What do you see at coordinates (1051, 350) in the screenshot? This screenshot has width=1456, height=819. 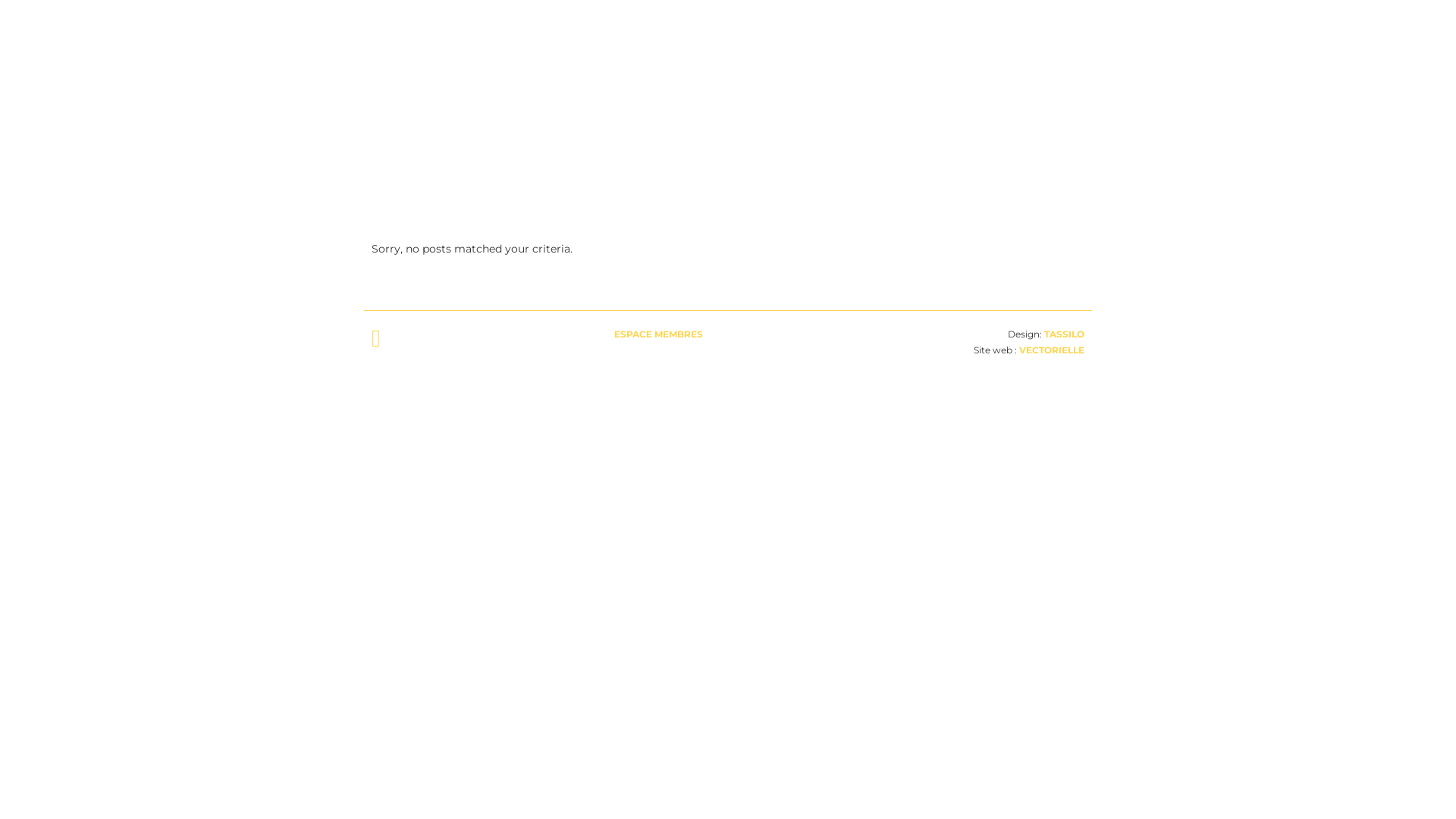 I see `'VECTORIELLE'` at bounding box center [1051, 350].